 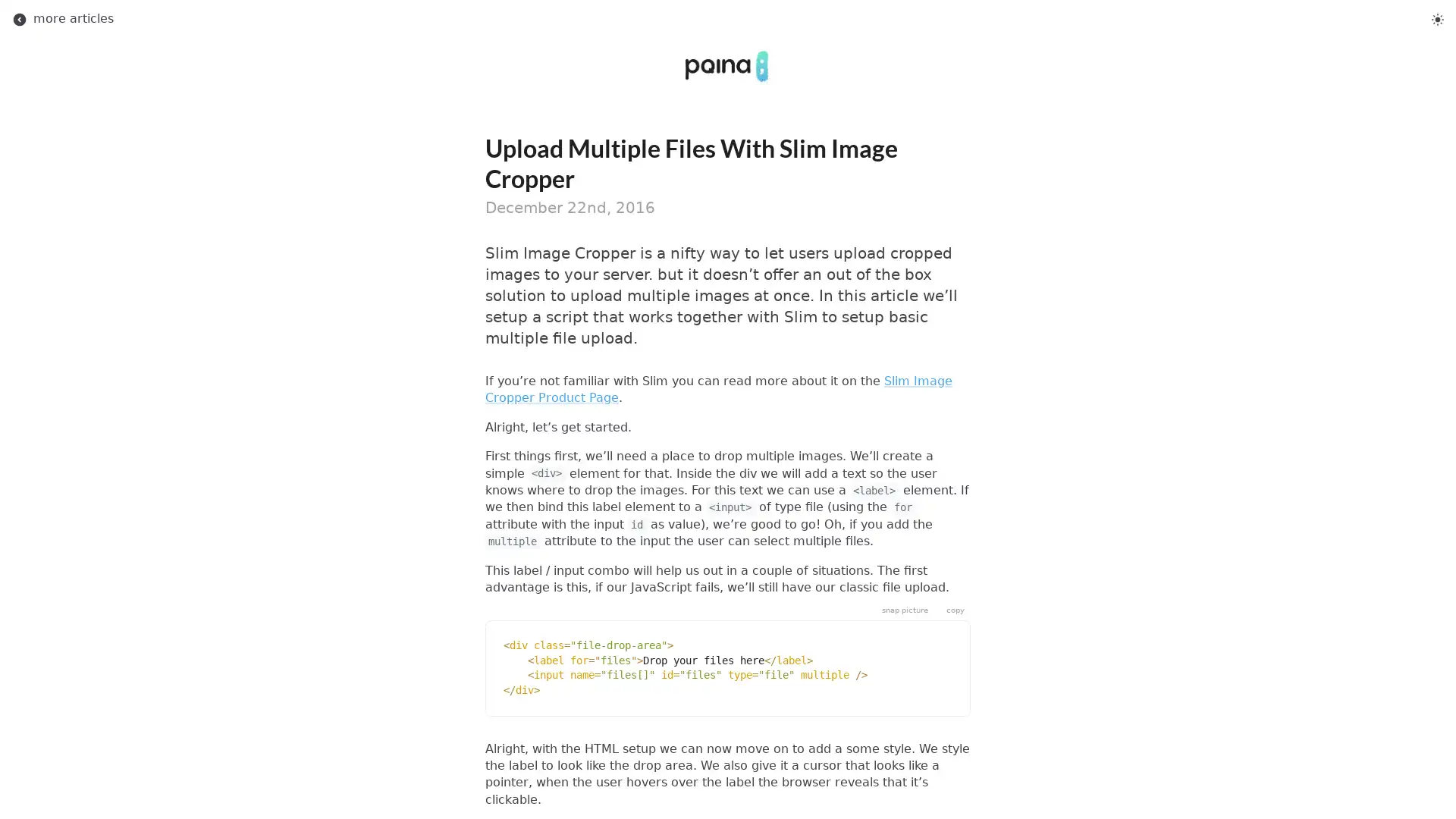 I want to click on snap picture, so click(x=905, y=608).